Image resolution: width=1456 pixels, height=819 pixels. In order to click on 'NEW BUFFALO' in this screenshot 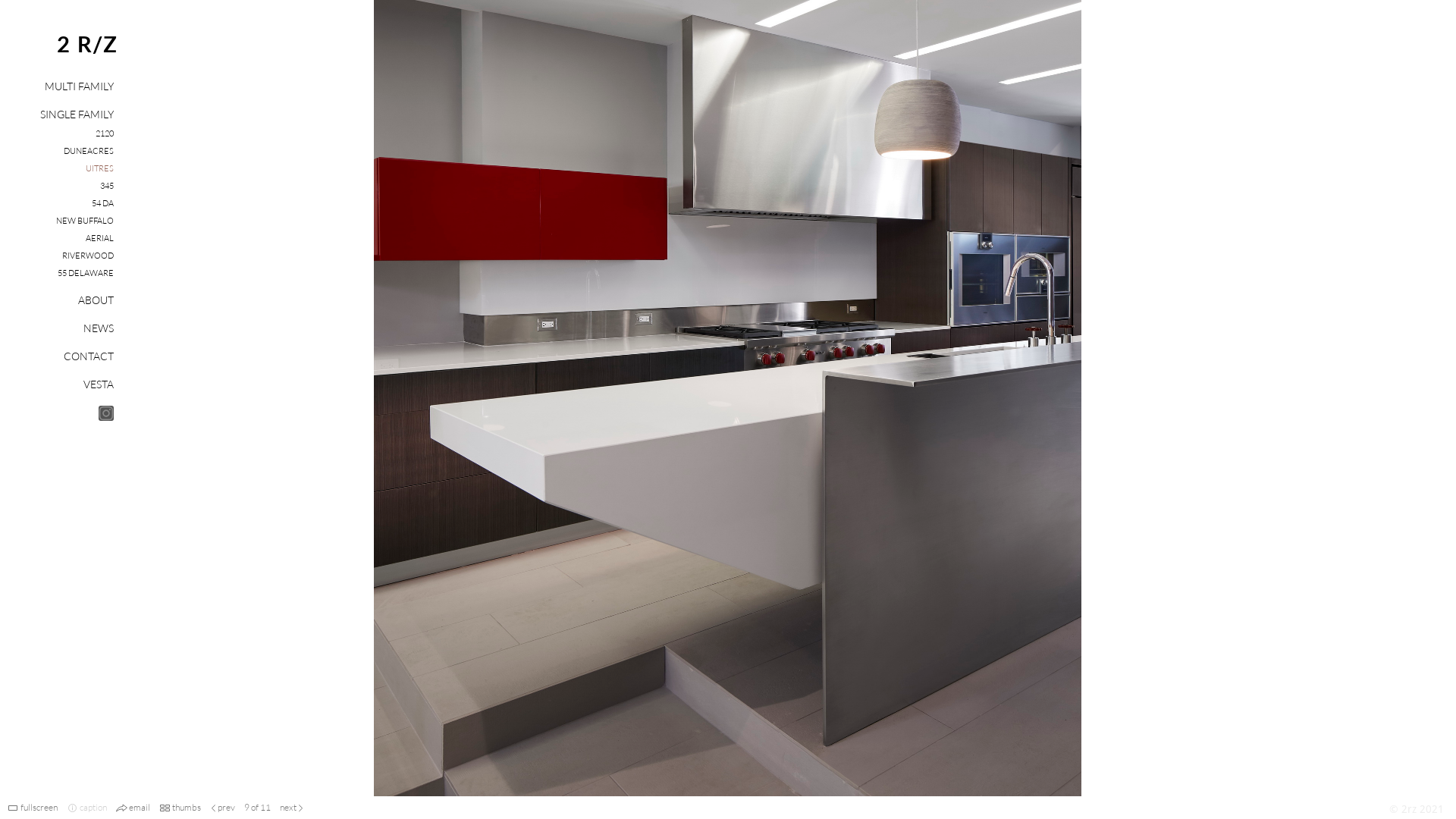, I will do `click(83, 220)`.